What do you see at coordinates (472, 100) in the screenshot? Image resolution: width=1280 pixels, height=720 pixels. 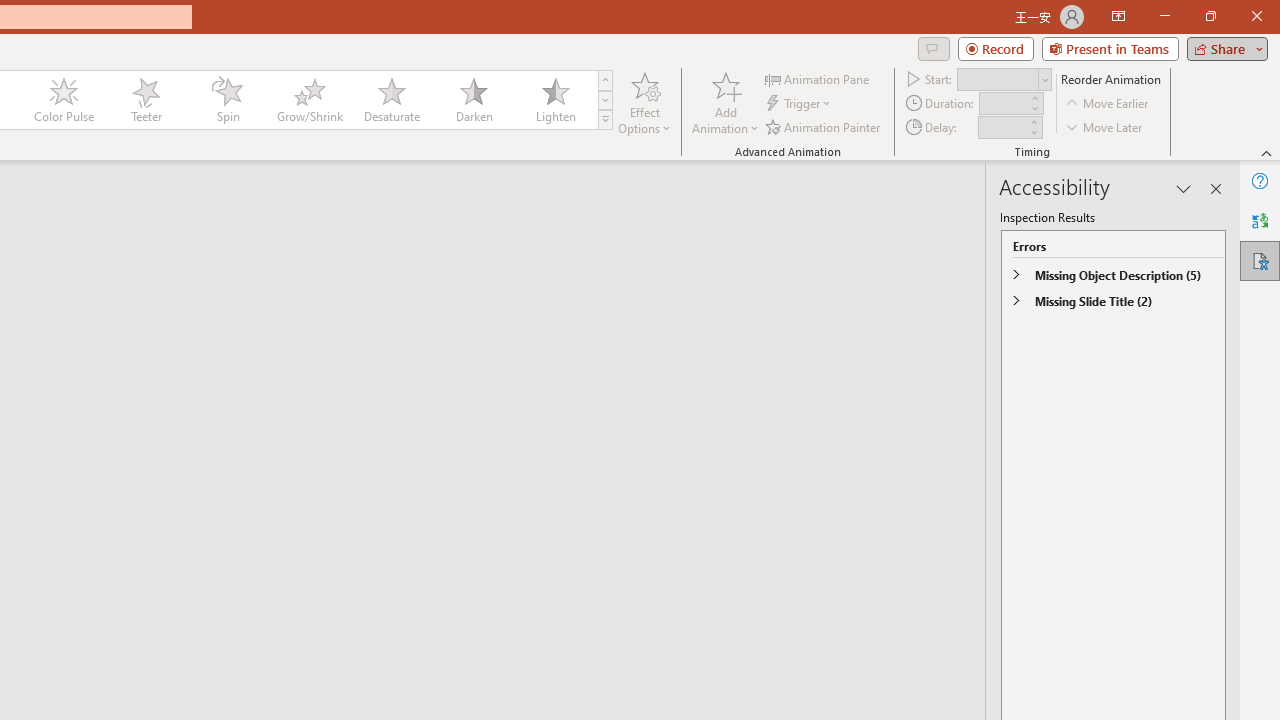 I see `'Darken'` at bounding box center [472, 100].